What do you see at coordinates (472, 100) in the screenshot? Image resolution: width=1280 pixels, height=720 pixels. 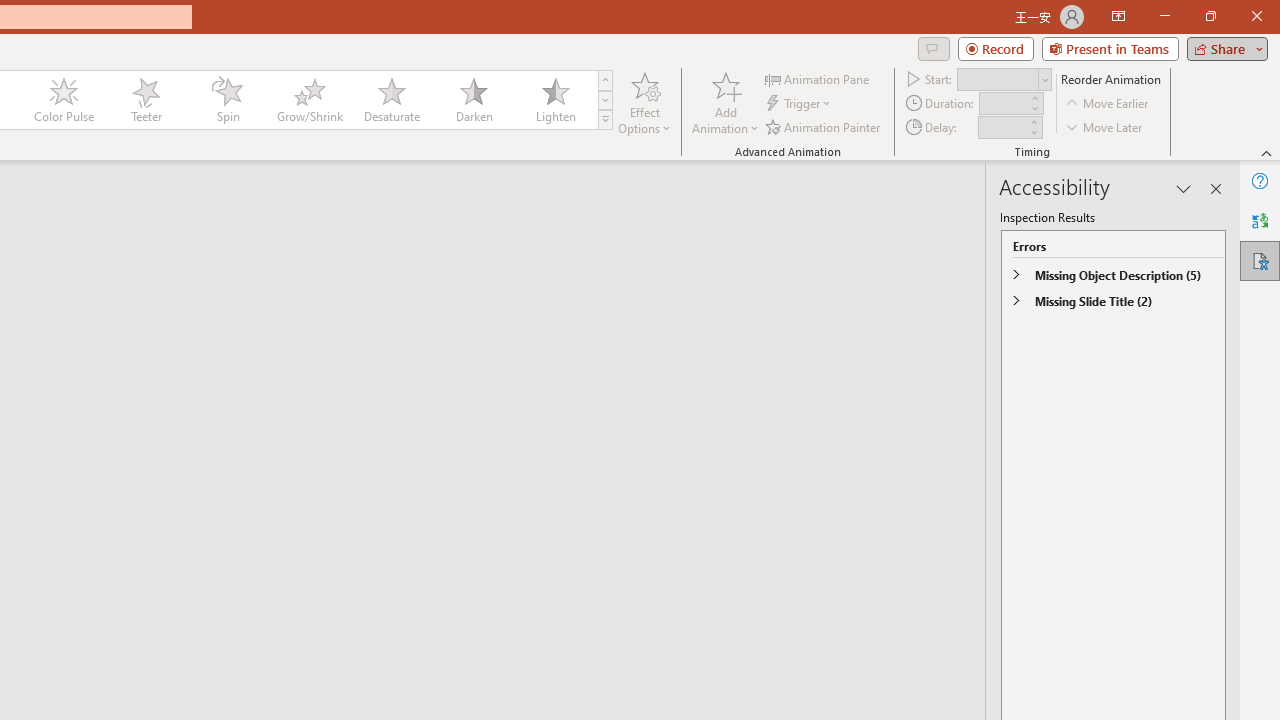 I see `'Darken'` at bounding box center [472, 100].